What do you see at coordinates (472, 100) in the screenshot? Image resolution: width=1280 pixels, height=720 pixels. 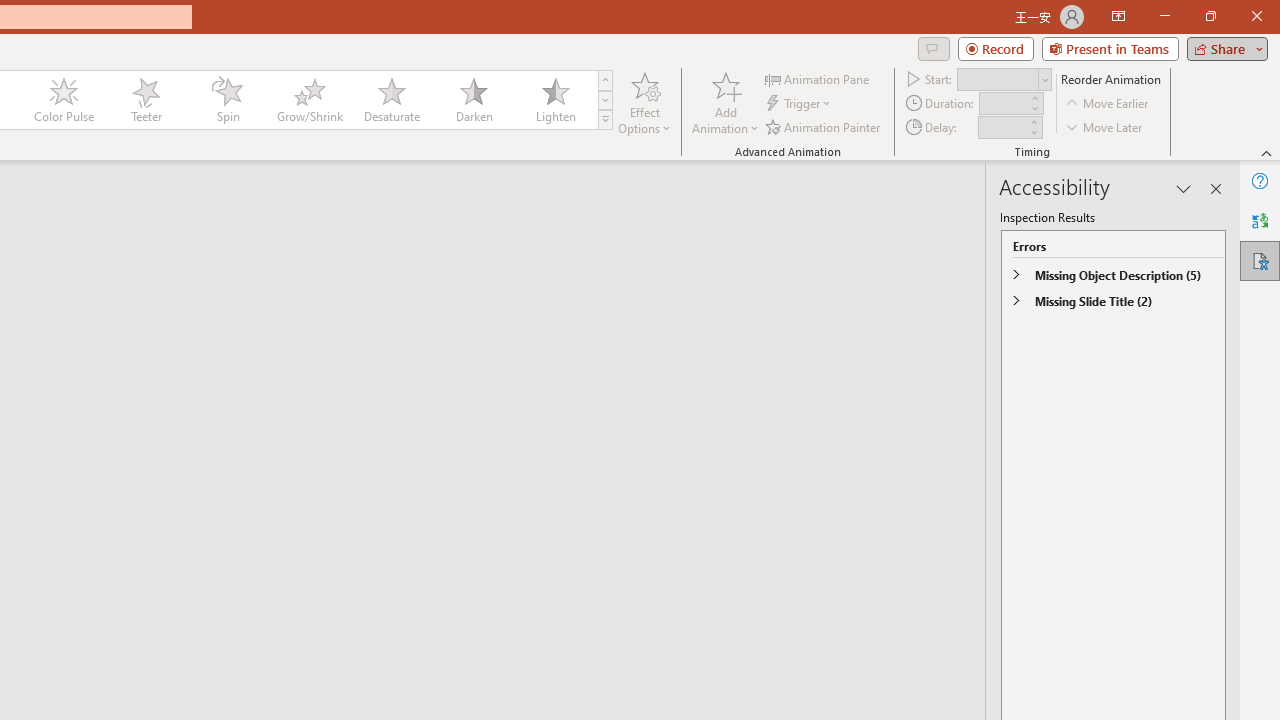 I see `'Darken'` at bounding box center [472, 100].